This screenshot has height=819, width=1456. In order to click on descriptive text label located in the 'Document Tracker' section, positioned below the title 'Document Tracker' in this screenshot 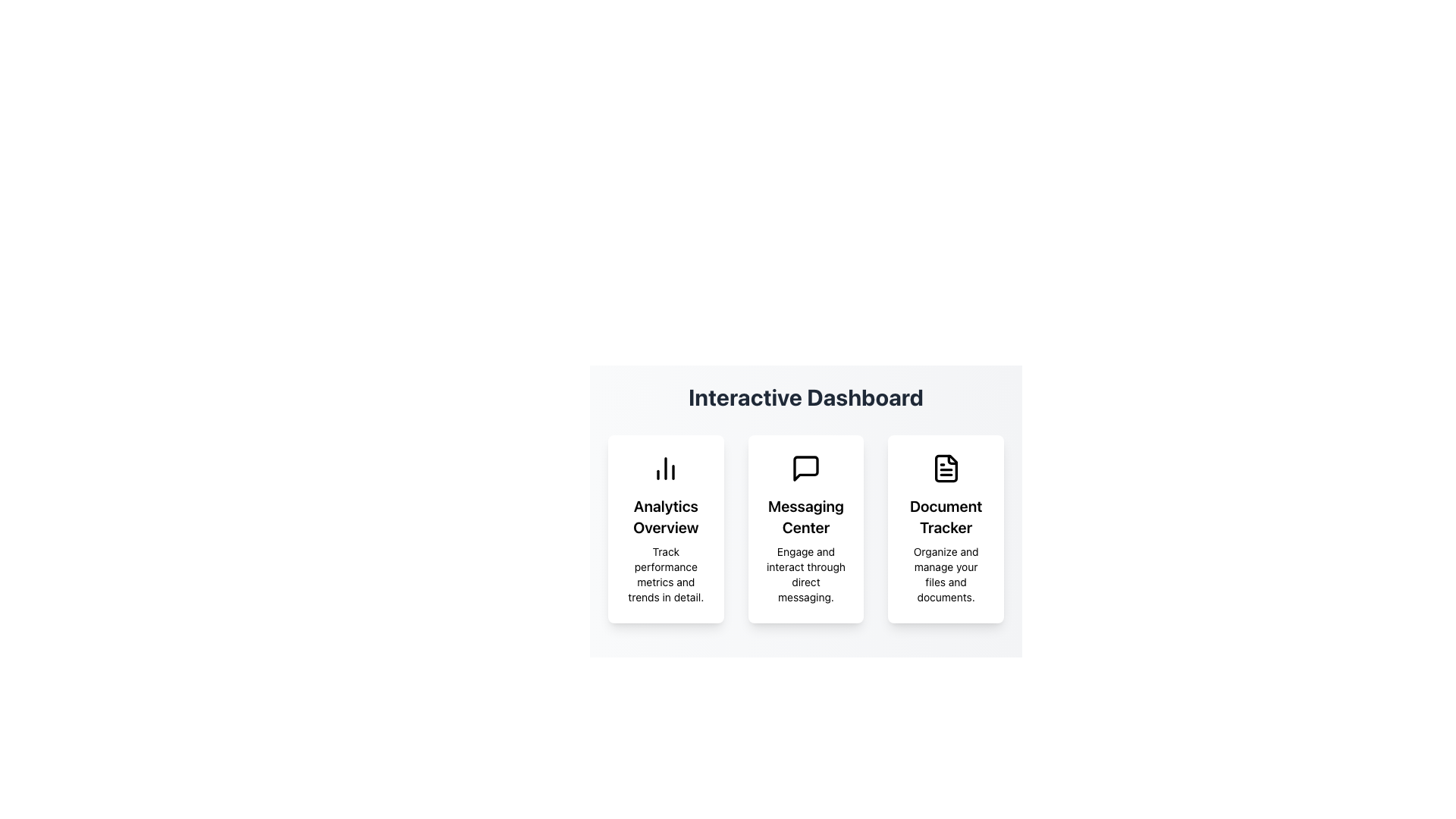, I will do `click(945, 575)`.